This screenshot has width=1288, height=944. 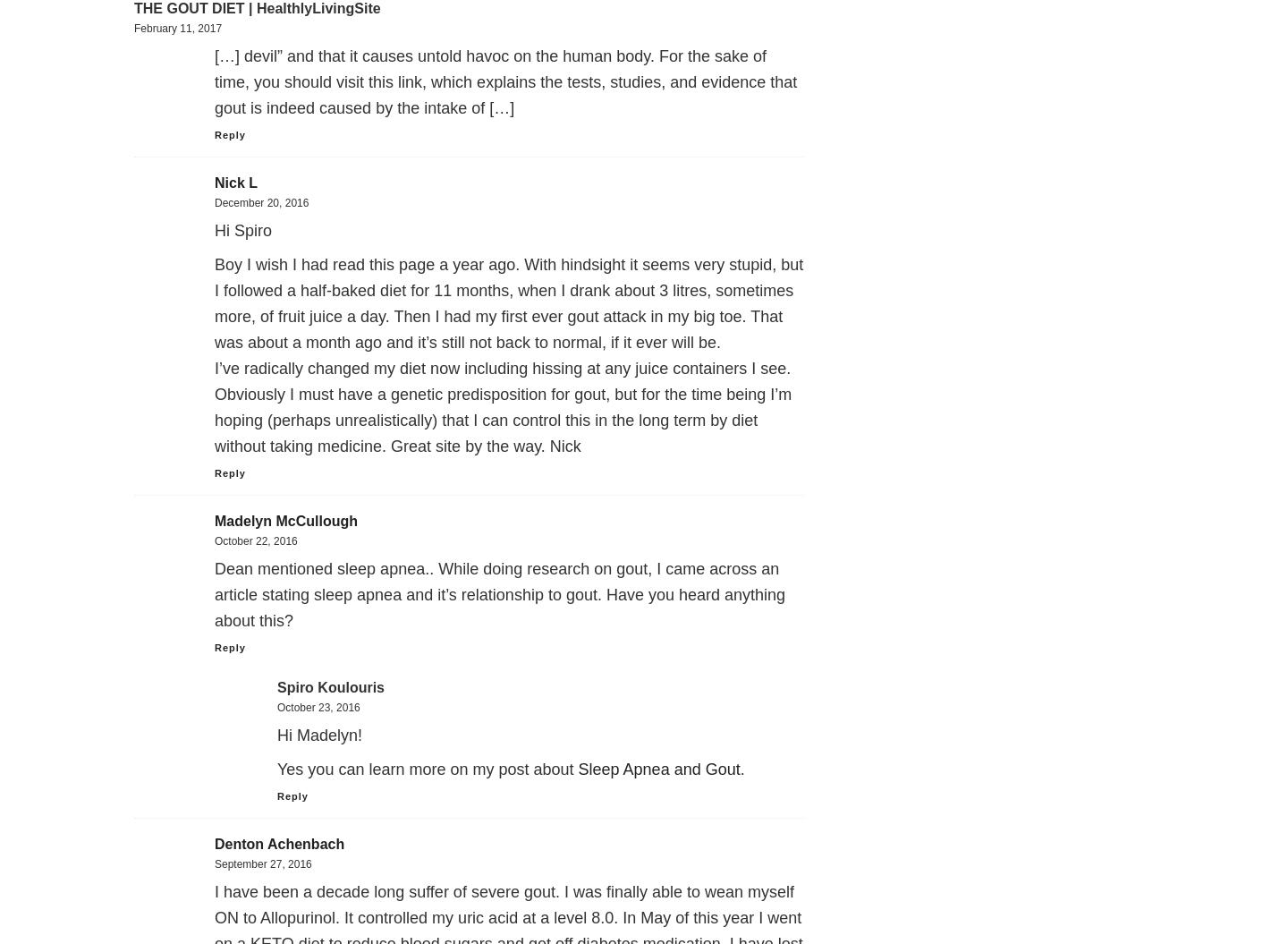 What do you see at coordinates (741, 770) in the screenshot?
I see `'.'` at bounding box center [741, 770].